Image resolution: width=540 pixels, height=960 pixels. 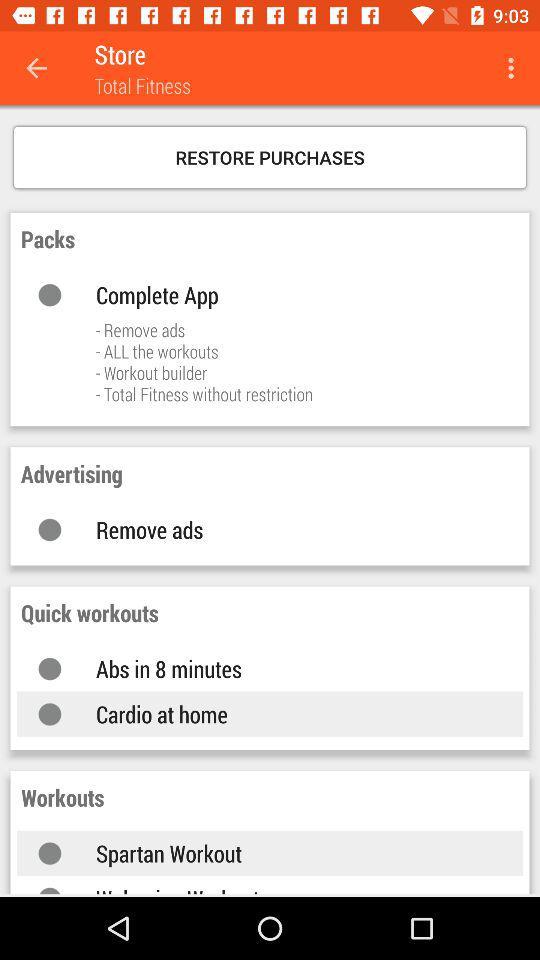 What do you see at coordinates (288, 714) in the screenshot?
I see `the cardio at home item` at bounding box center [288, 714].